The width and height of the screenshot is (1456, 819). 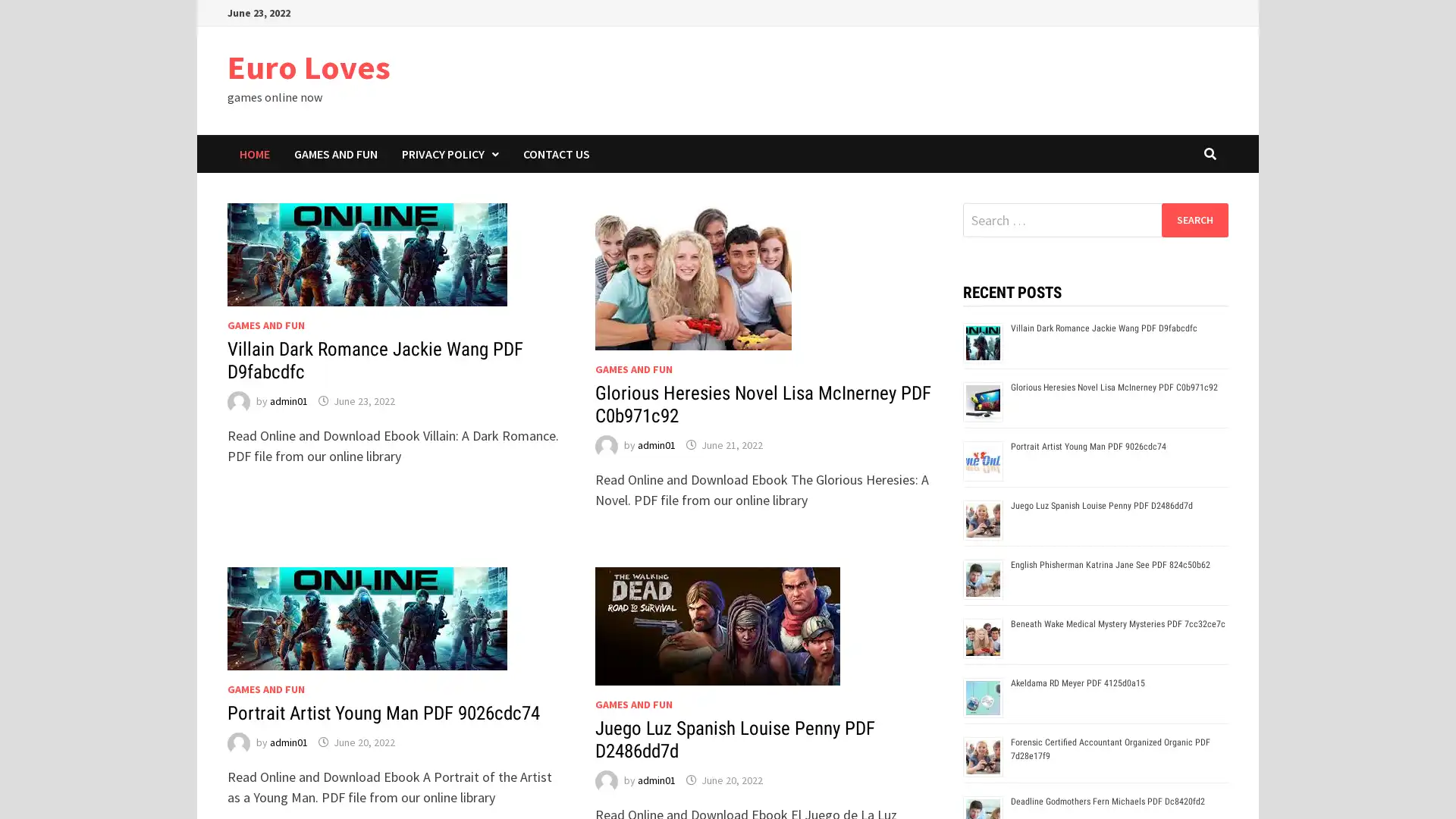 I want to click on Search, so click(x=1194, y=219).